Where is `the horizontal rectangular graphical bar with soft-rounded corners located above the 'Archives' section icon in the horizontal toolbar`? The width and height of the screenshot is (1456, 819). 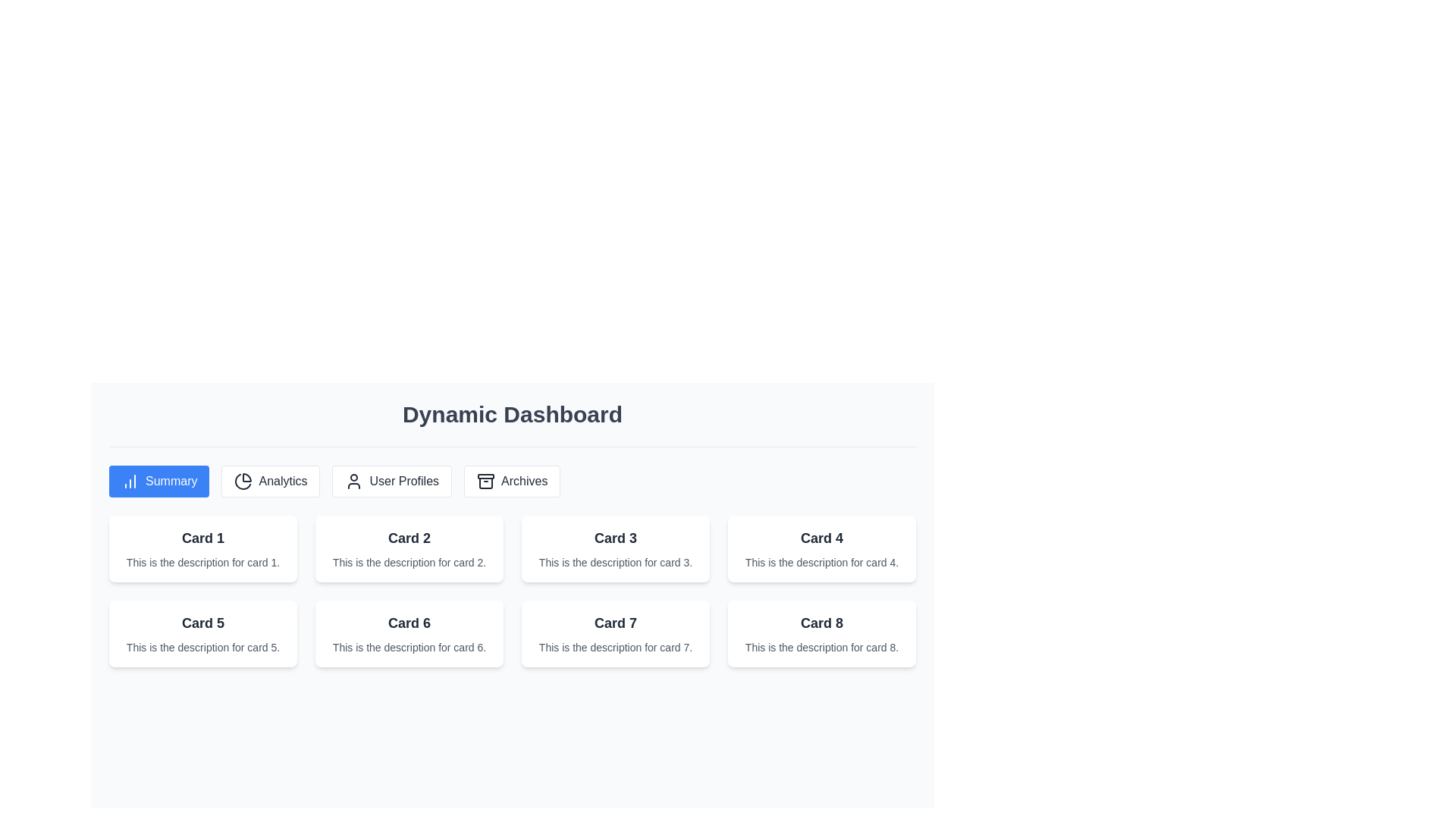
the horizontal rectangular graphical bar with soft-rounded corners located above the 'Archives' section icon in the horizontal toolbar is located at coordinates (486, 475).